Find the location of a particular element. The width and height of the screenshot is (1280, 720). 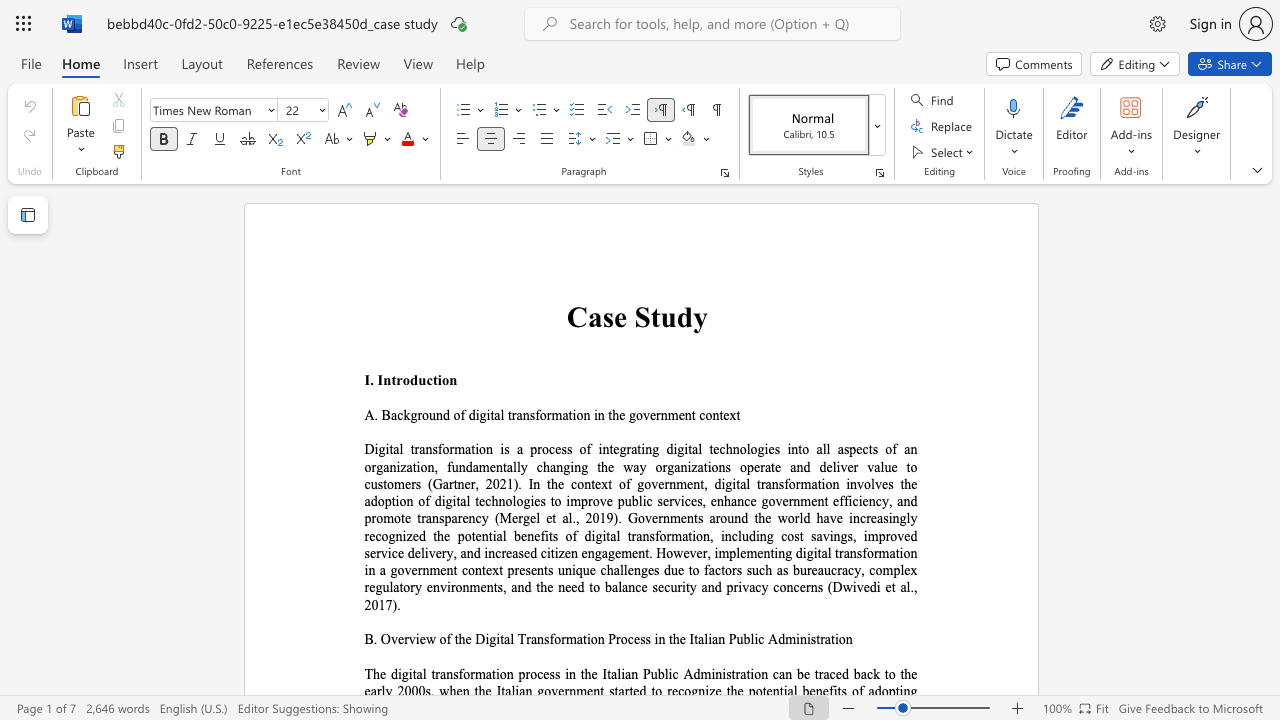

the subset text "igital Transformation Process in the Italian Public Administr" within the text "B. Overview of the Digital Transformation Process in the Italian Public Administration" is located at coordinates (485, 639).